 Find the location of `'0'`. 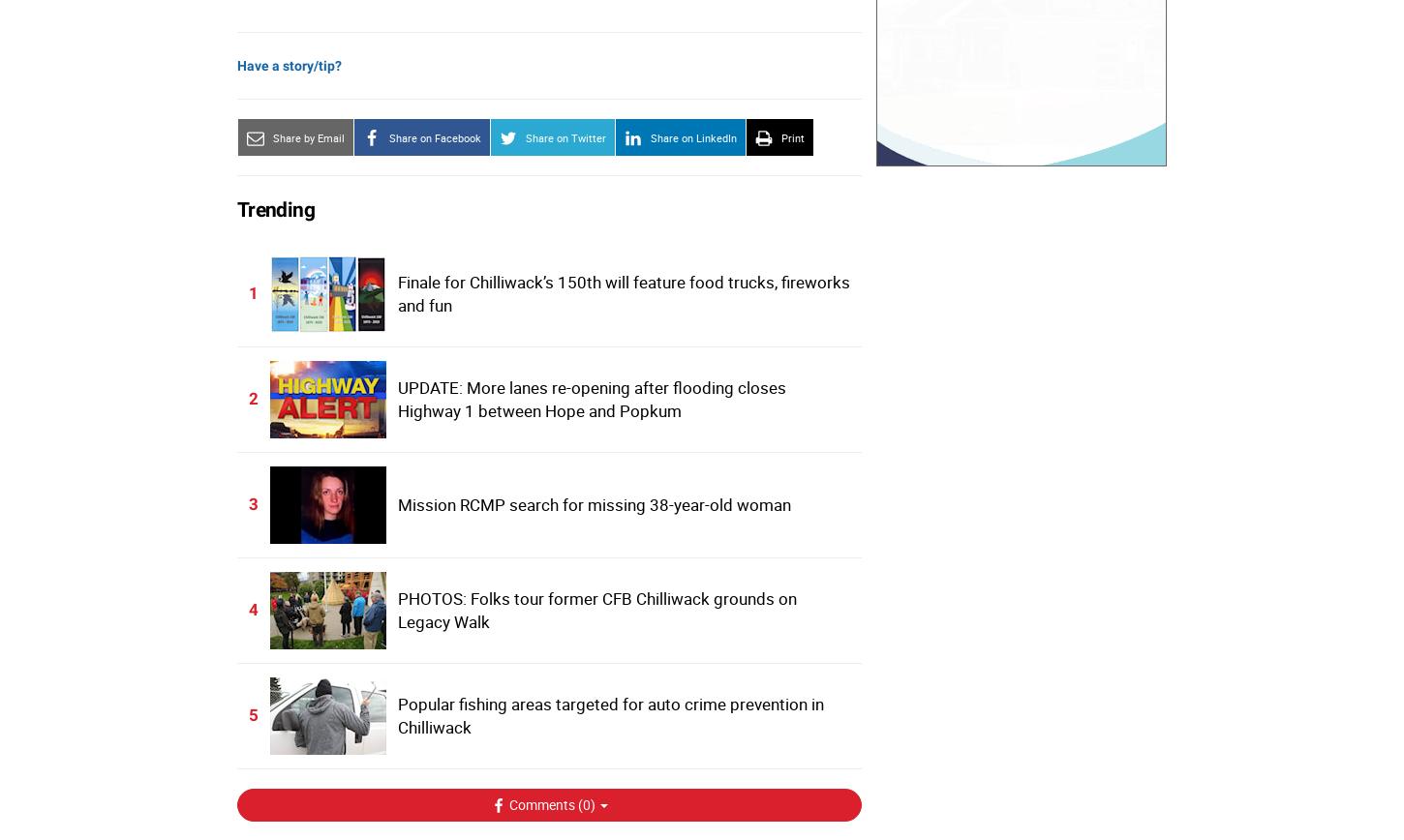

'0' is located at coordinates (583, 803).